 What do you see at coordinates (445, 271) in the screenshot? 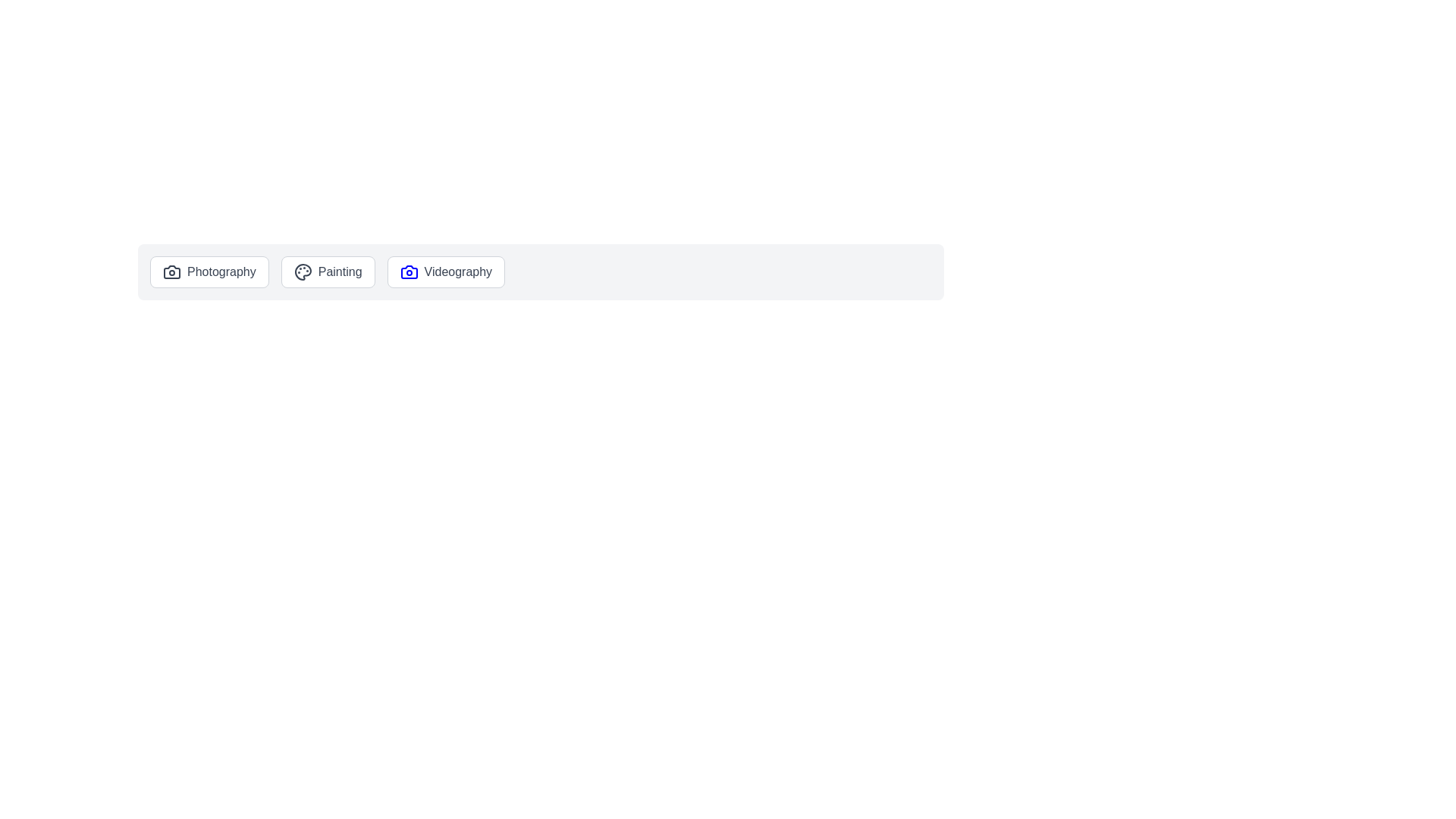
I see `the Videography chip to select it` at bounding box center [445, 271].